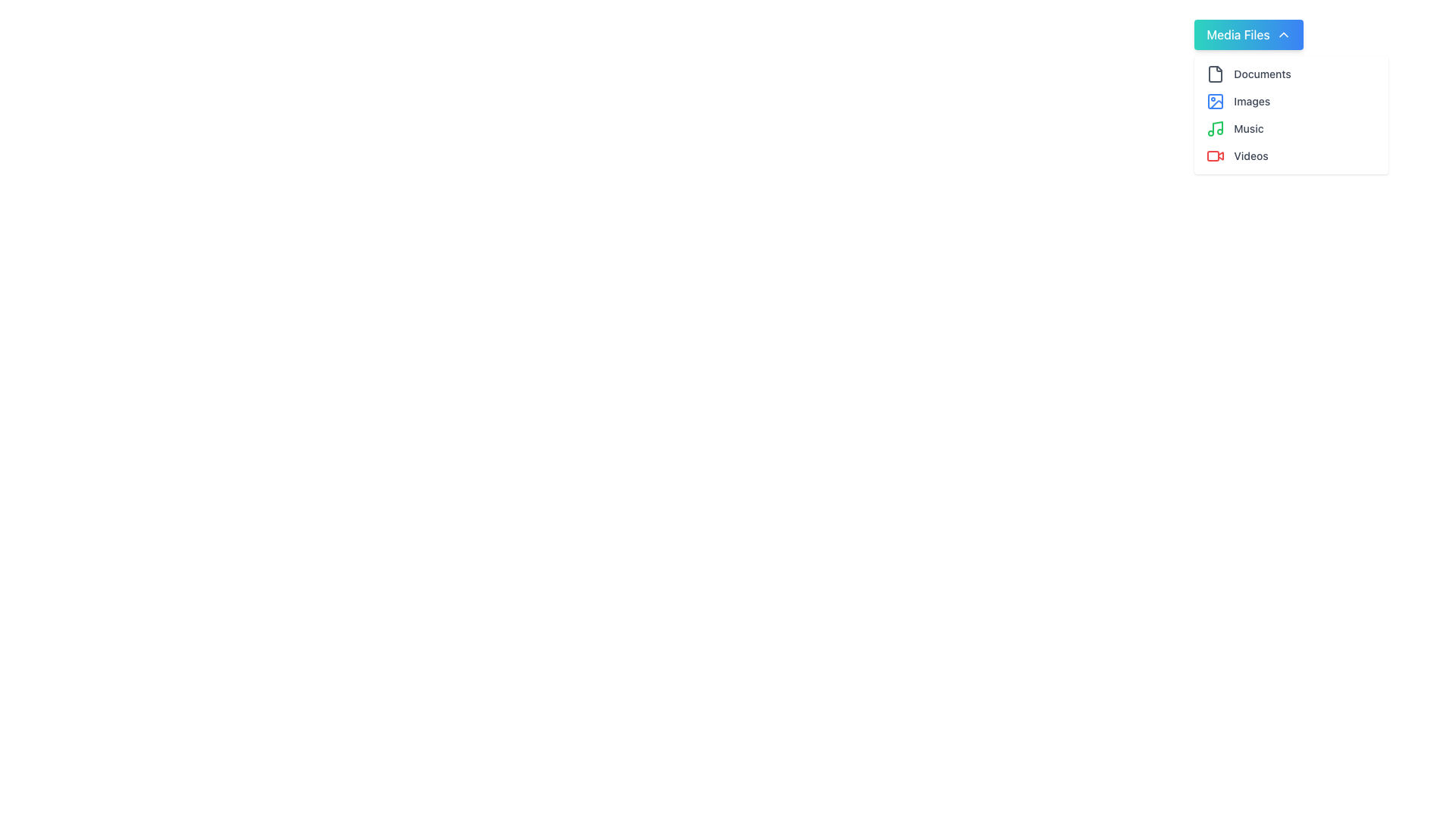 The width and height of the screenshot is (1456, 819). What do you see at coordinates (1291, 114) in the screenshot?
I see `the 'Music' category menu item located in the top-right region of the interface, slightly below the 'Media Files' button, which is the third item in the vertical list of media types` at bounding box center [1291, 114].